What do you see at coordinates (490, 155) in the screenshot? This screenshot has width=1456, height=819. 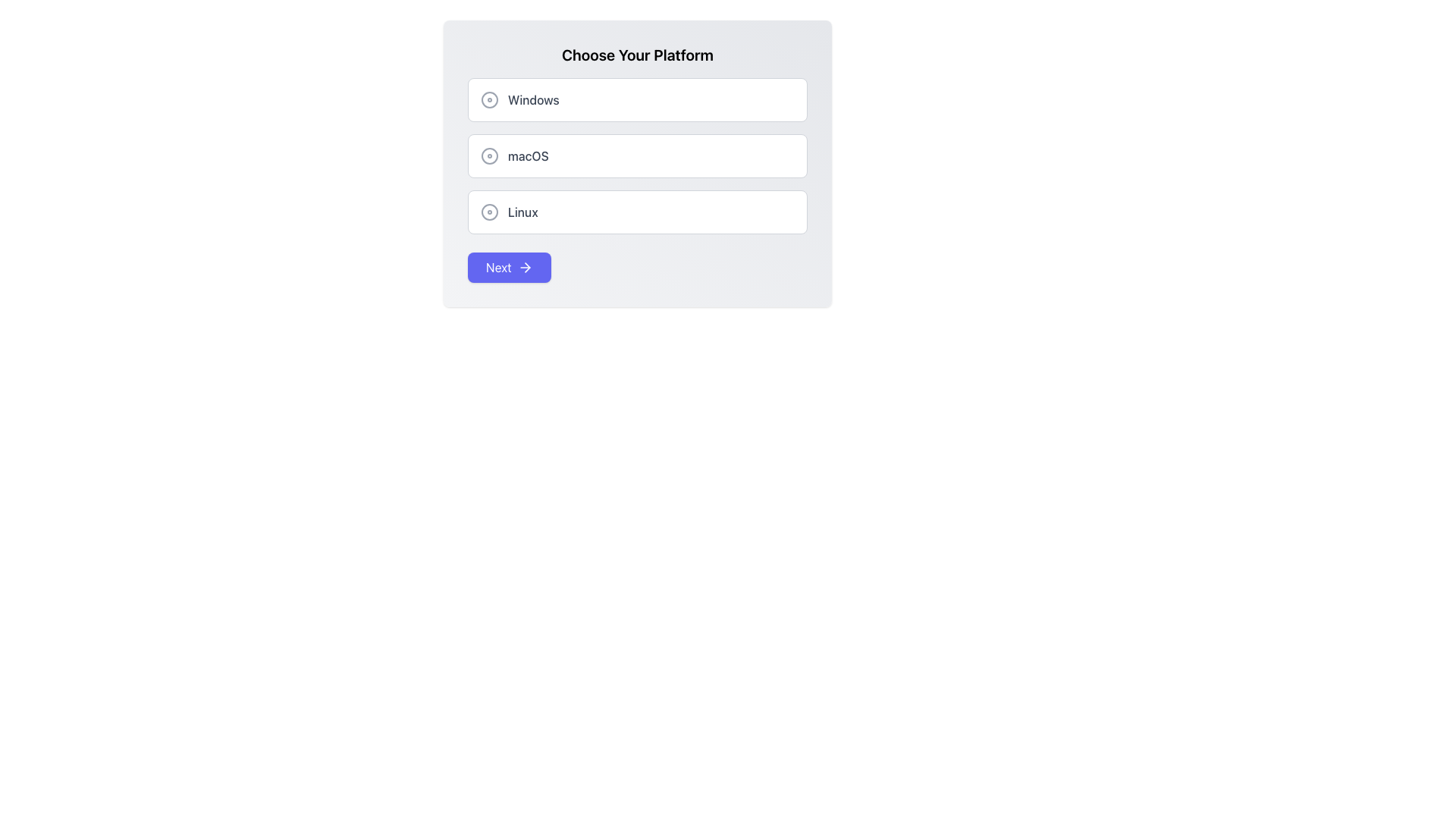 I see `the grayish circular SVG element representing the outer circle of the macOS option in the vertical list of selectable platform options` at bounding box center [490, 155].